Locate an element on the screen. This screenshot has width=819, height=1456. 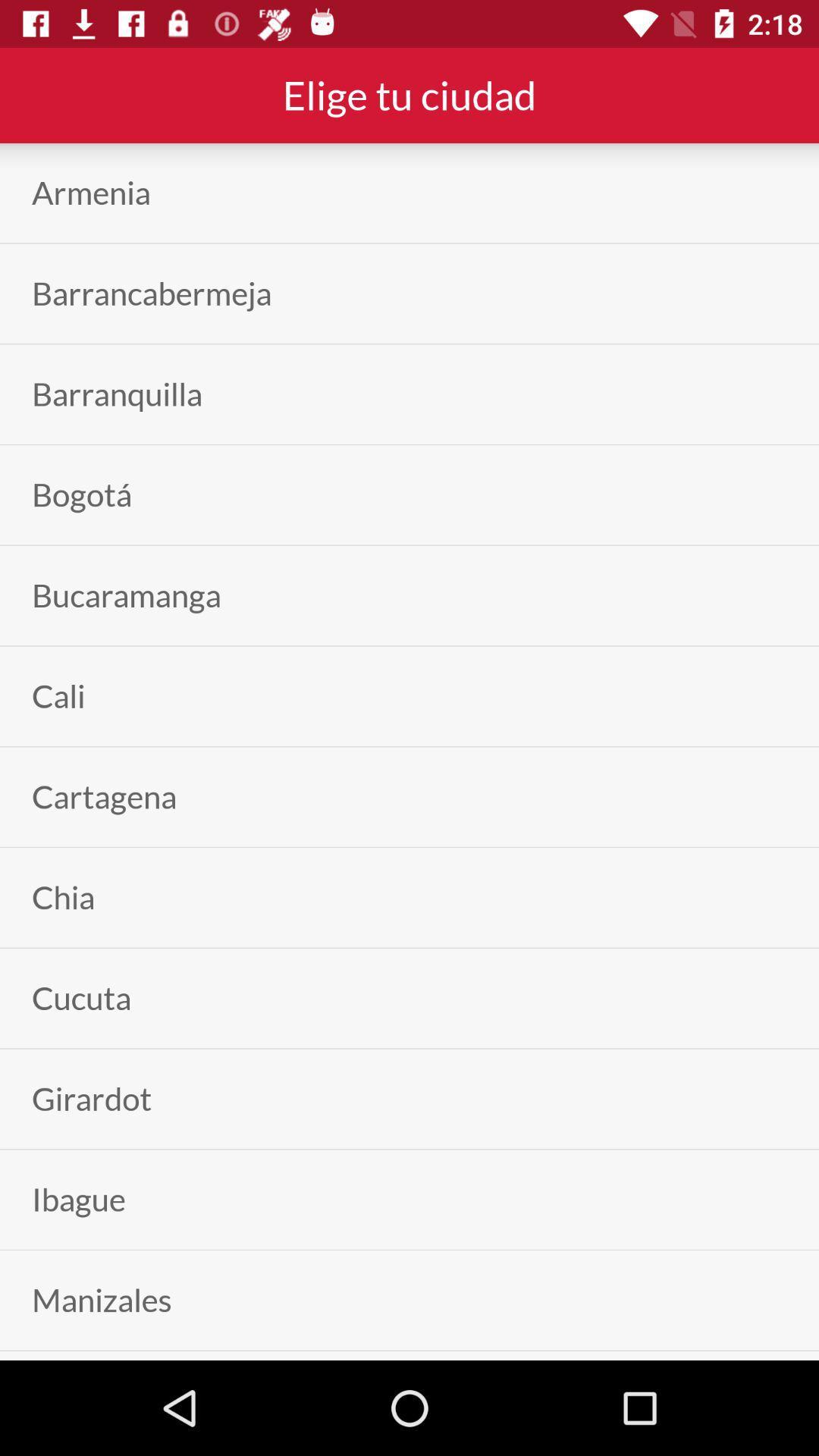
icon above the bucaramanga is located at coordinates (82, 494).